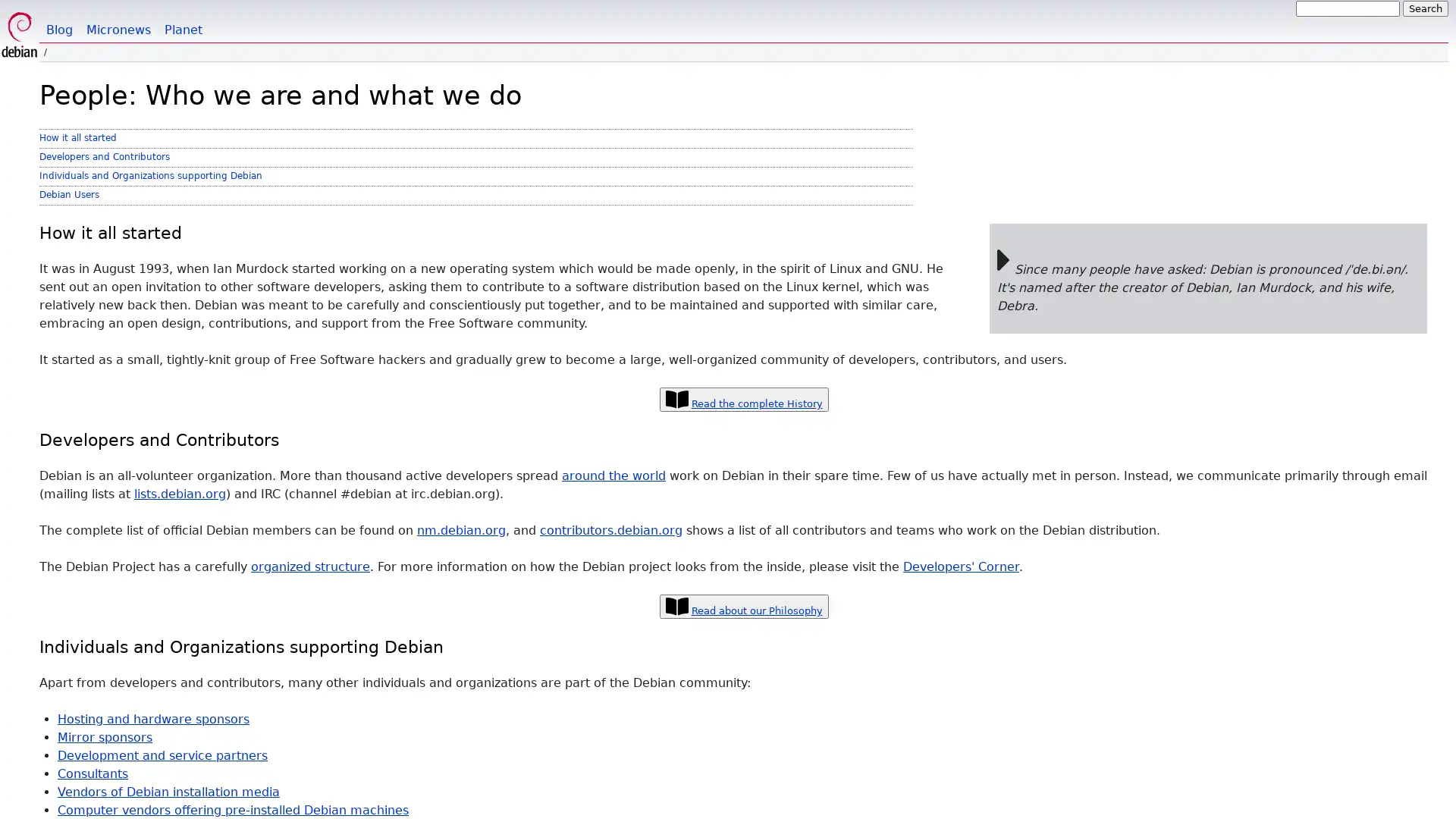 Image resolution: width=1456 pixels, height=819 pixels. I want to click on Search, so click(1425, 8).